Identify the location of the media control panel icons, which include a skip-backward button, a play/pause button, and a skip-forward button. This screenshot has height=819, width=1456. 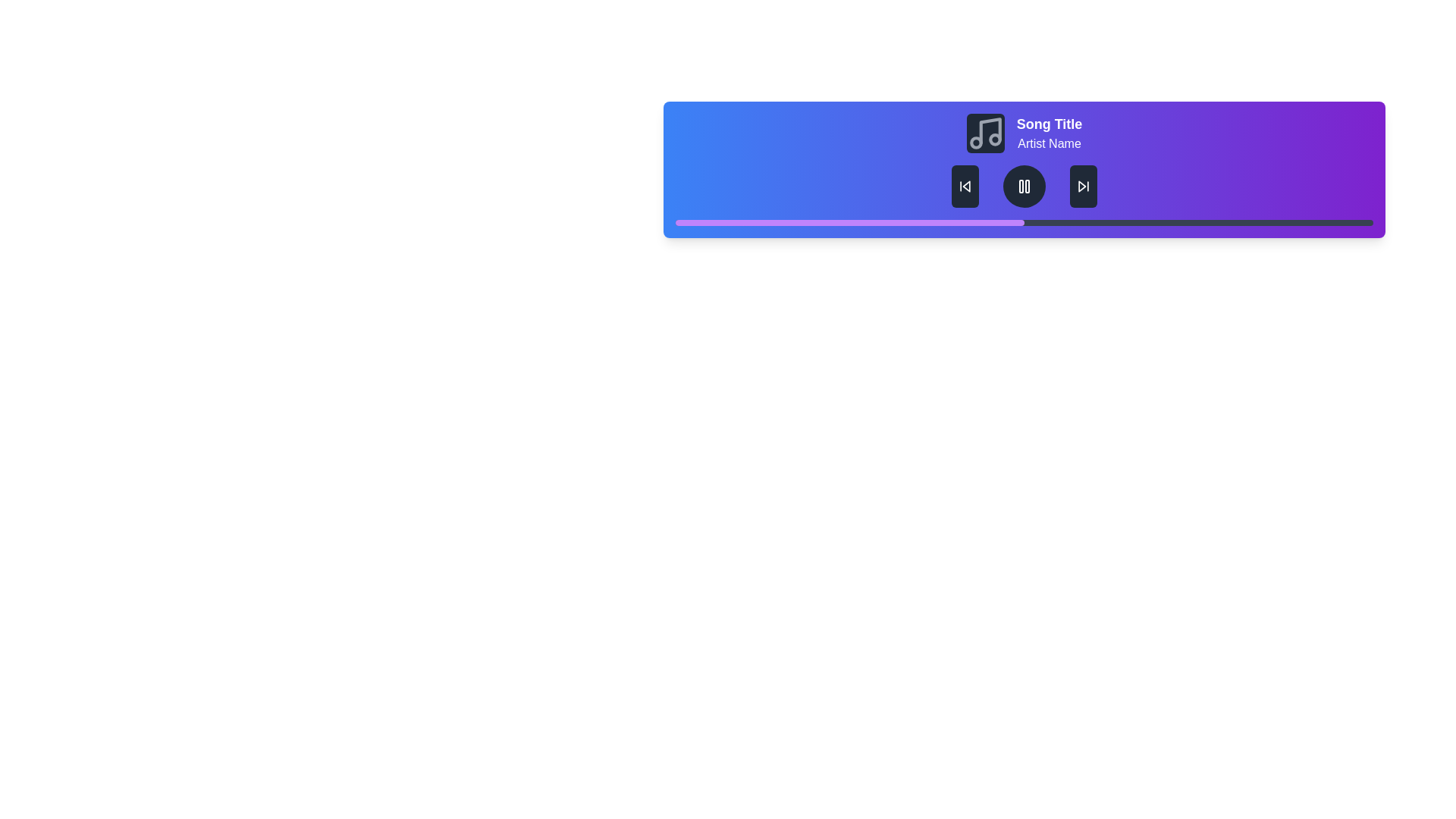
(1024, 186).